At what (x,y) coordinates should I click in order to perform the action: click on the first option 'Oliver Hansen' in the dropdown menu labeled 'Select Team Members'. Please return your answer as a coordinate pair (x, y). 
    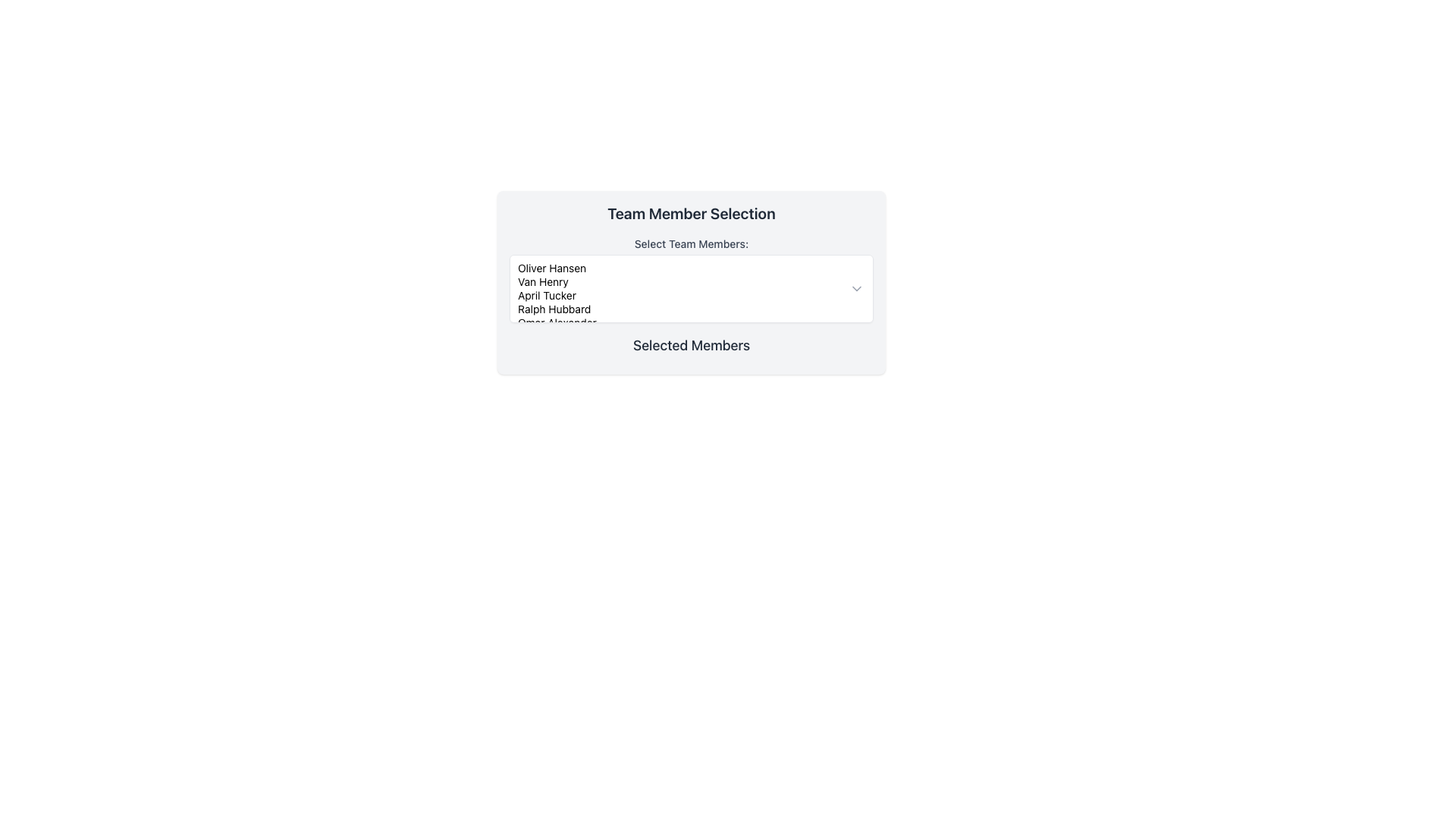
    Looking at the image, I should click on (679, 268).